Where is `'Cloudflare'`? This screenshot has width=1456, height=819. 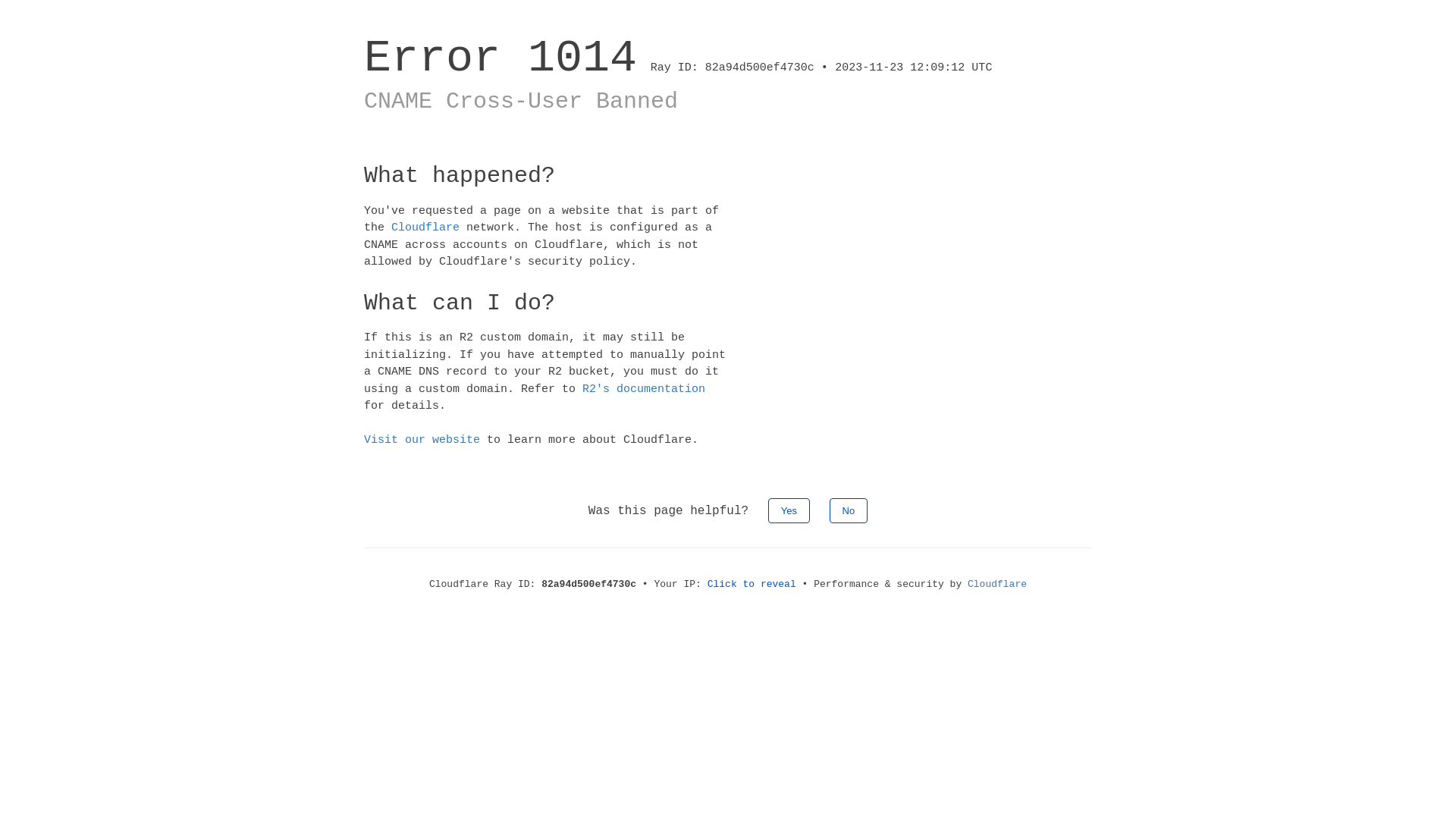
'Cloudflare' is located at coordinates (997, 582).